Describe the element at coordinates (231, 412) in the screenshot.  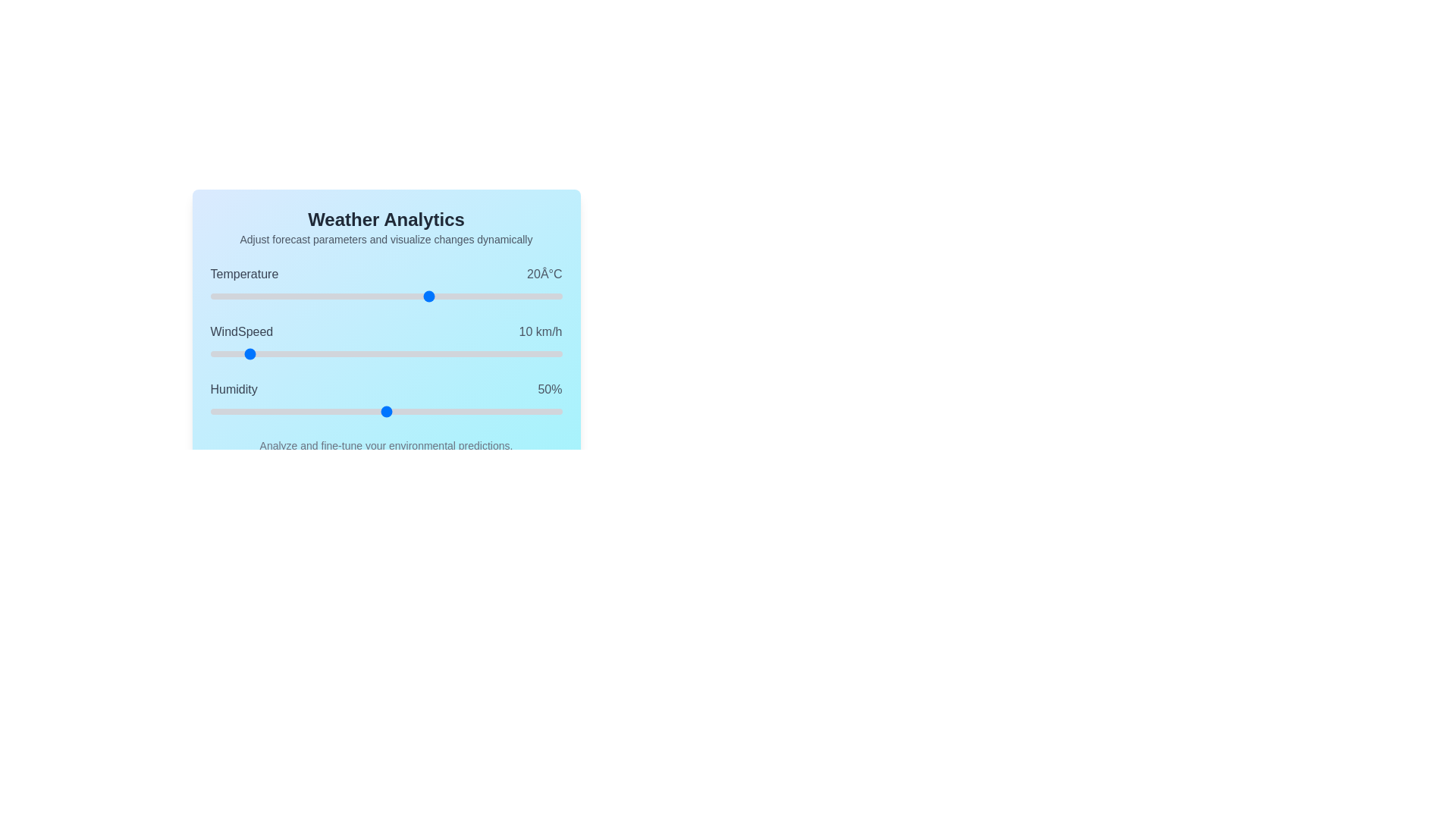
I see `the Humidity slider to set its value to 6` at that location.